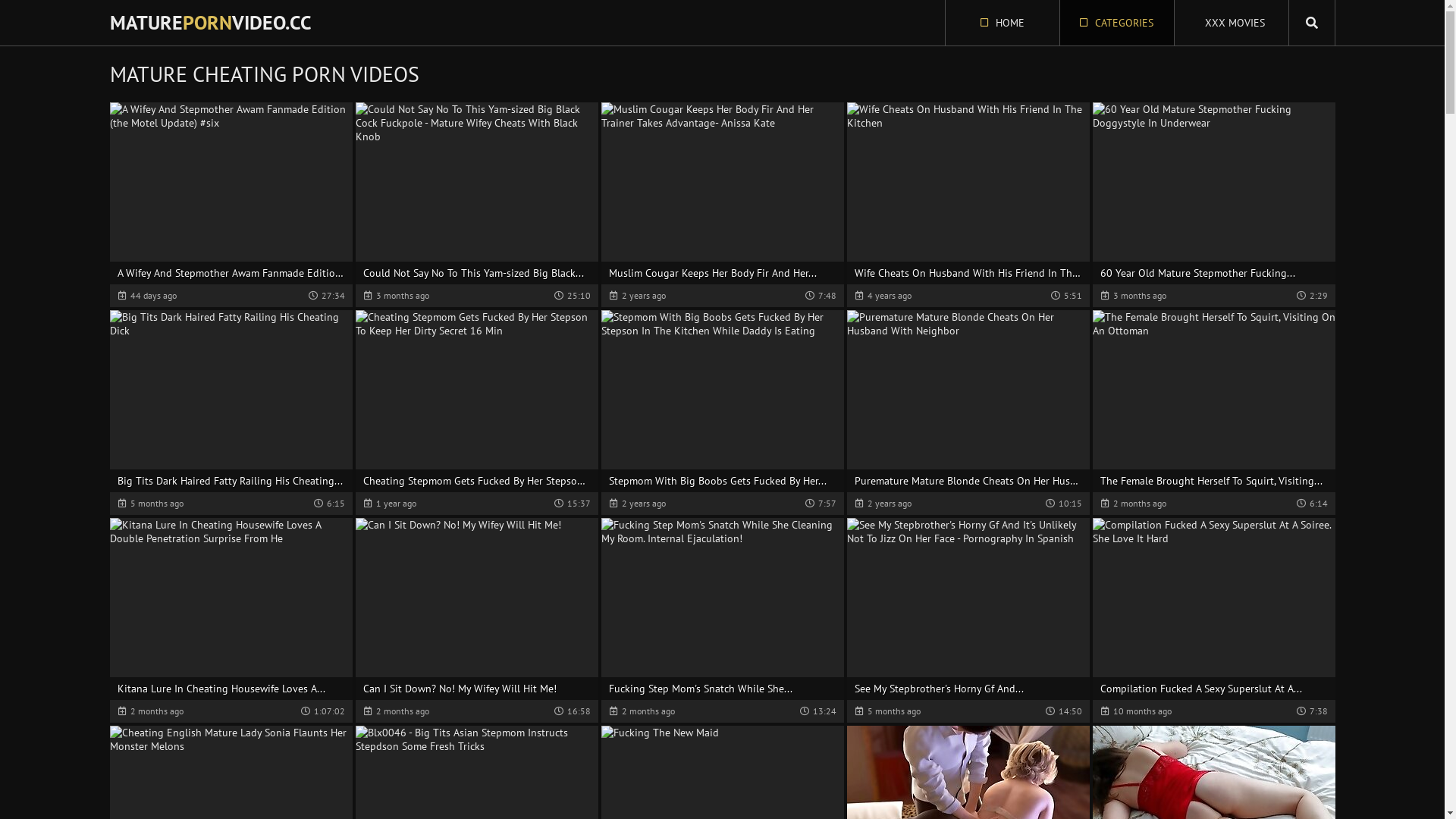  What do you see at coordinates (1117, 23) in the screenshot?
I see `'CATEGORIES'` at bounding box center [1117, 23].